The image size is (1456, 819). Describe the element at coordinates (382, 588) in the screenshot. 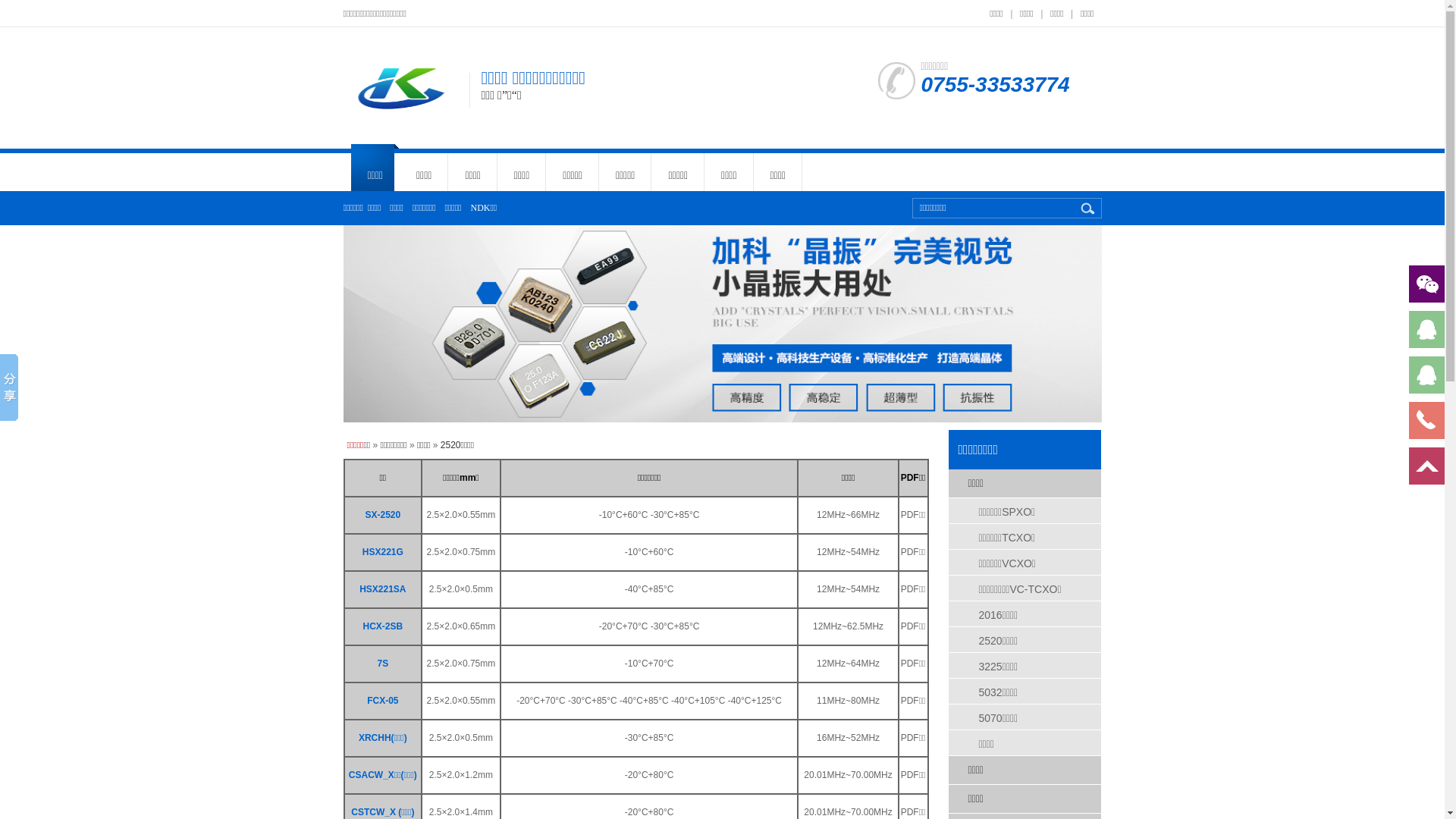

I see `'HSX221SA'` at that location.